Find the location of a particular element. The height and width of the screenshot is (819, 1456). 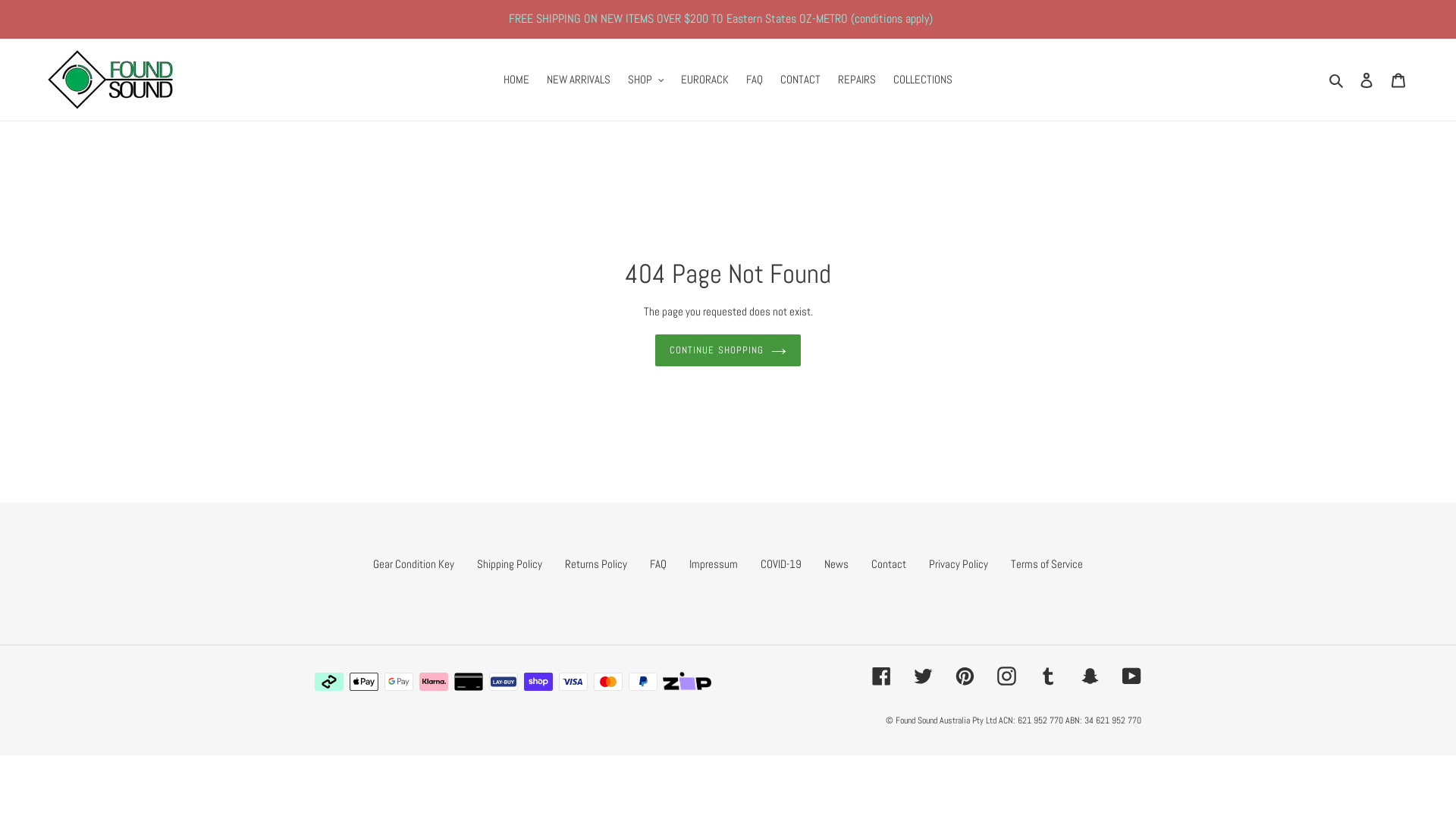

'CONTACT' is located at coordinates (799, 80).